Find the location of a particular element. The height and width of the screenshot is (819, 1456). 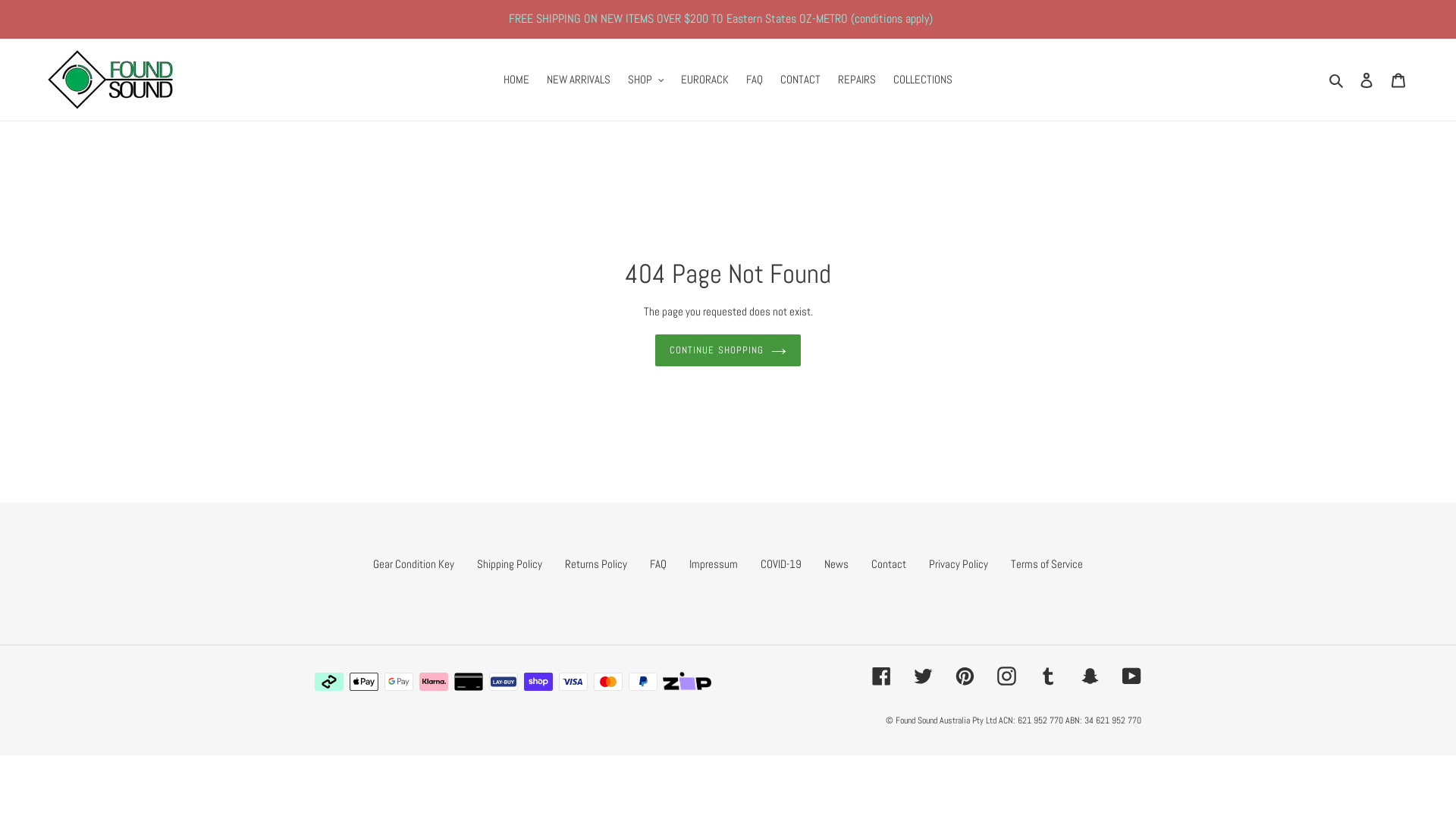

'CONTACT' is located at coordinates (799, 80).